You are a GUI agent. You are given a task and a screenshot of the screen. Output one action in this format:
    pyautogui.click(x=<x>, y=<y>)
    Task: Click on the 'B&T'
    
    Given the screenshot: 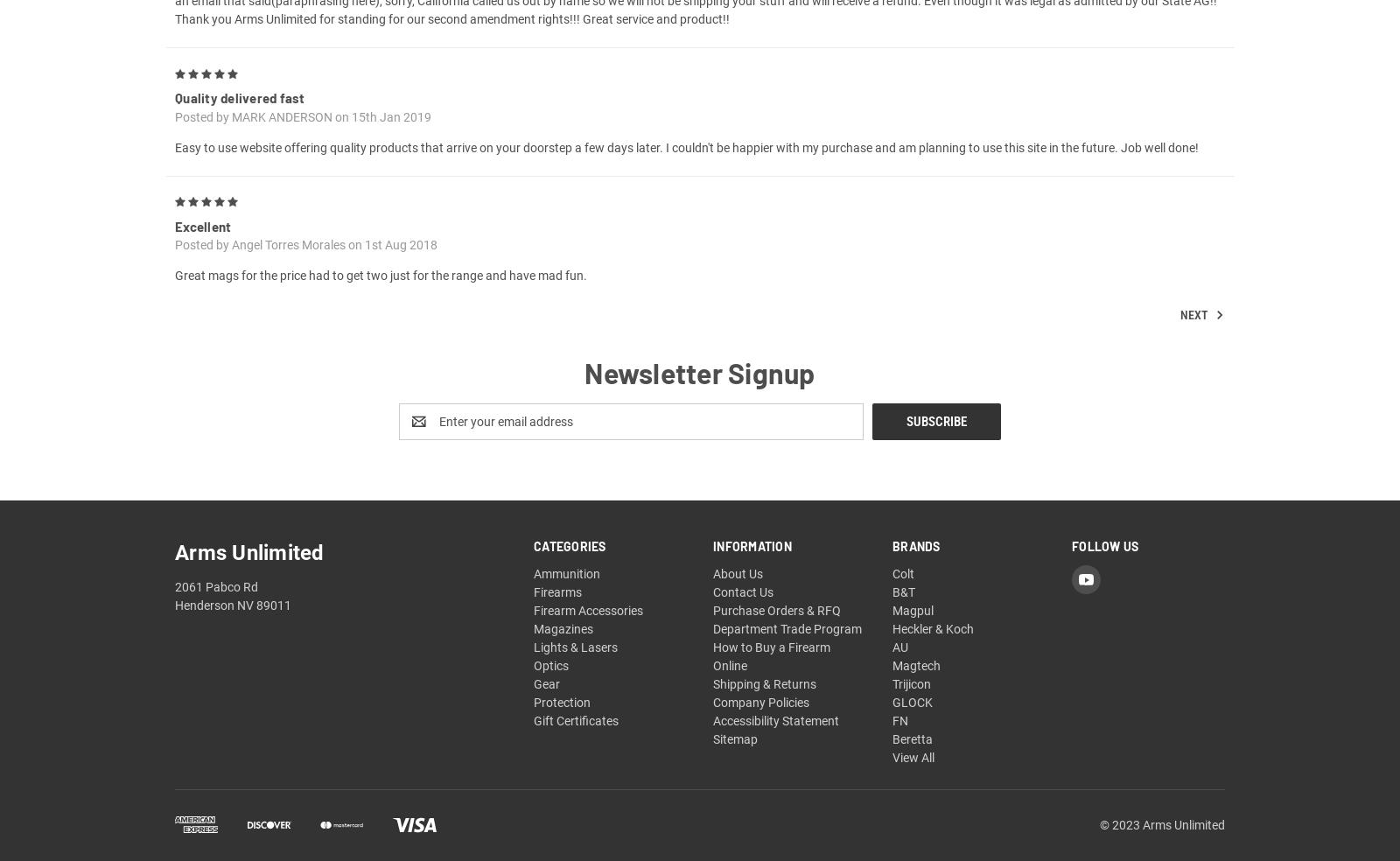 What is the action you would take?
    pyautogui.click(x=892, y=612)
    